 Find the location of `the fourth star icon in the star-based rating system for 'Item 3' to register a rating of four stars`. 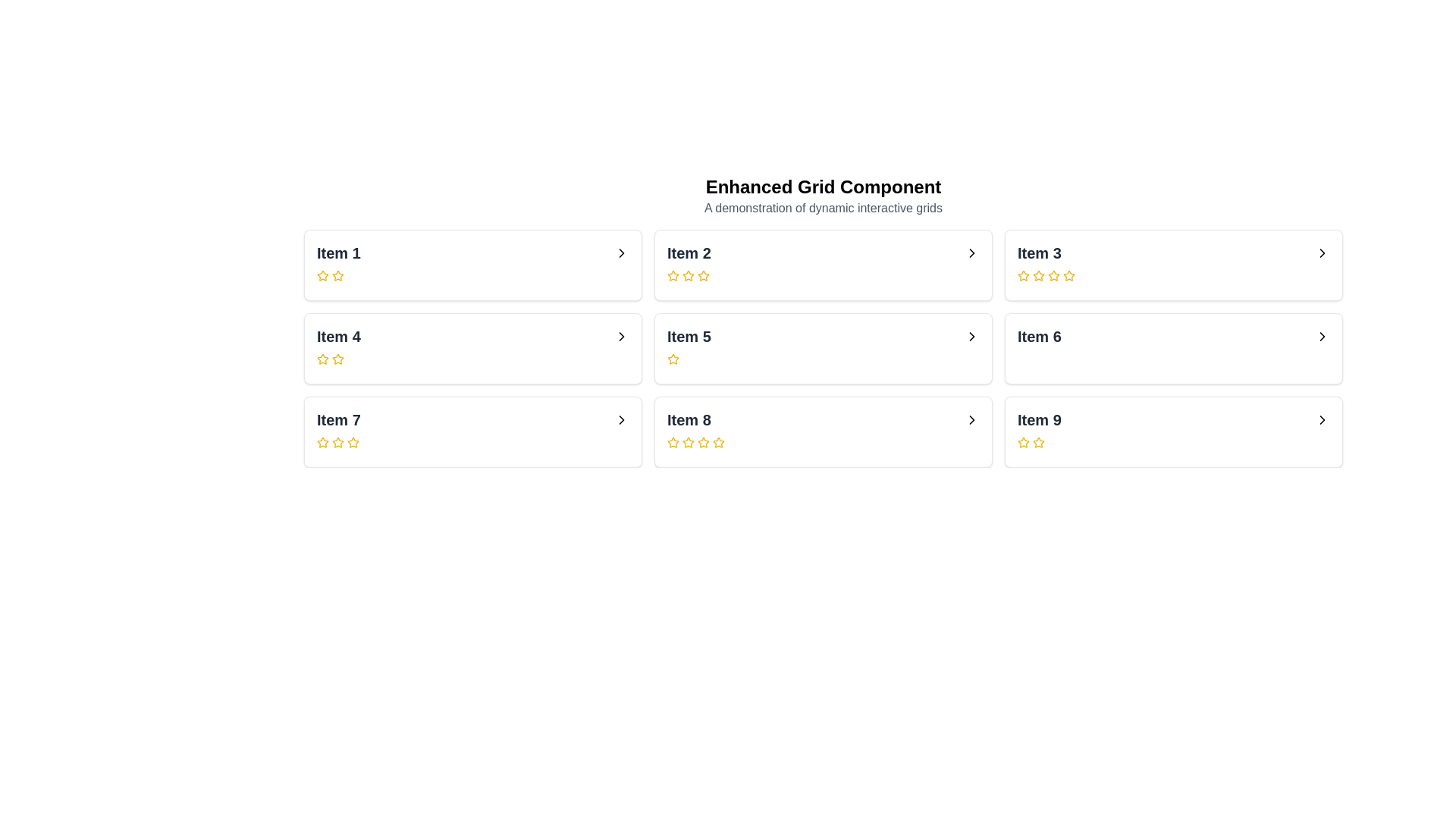

the fourth star icon in the star-based rating system for 'Item 3' to register a rating of four stars is located at coordinates (1053, 275).